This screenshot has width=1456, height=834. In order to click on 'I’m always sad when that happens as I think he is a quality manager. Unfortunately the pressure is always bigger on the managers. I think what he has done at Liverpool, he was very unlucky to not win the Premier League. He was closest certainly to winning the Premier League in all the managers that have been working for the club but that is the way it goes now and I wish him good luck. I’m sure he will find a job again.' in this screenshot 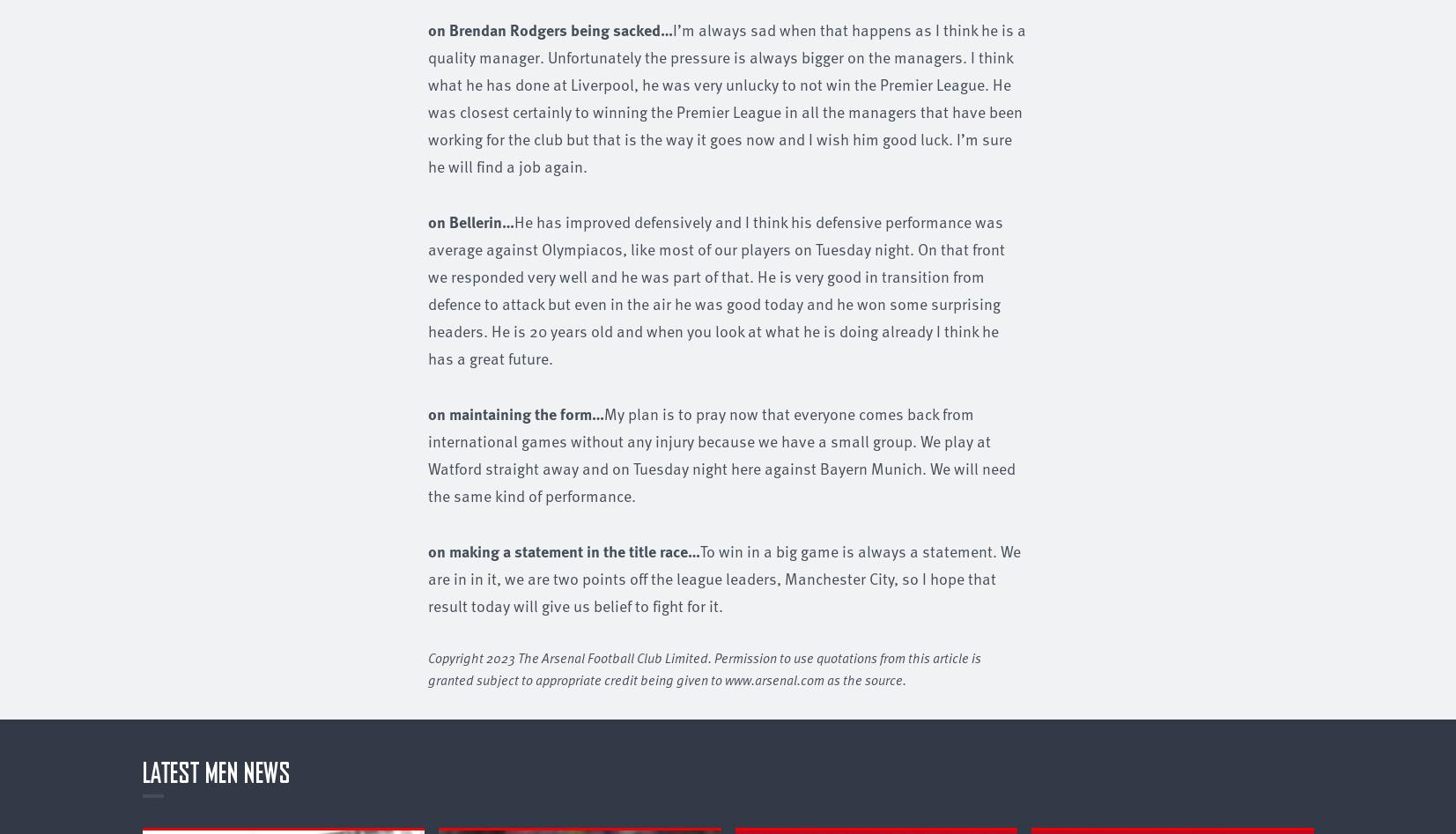, I will do `click(726, 96)`.